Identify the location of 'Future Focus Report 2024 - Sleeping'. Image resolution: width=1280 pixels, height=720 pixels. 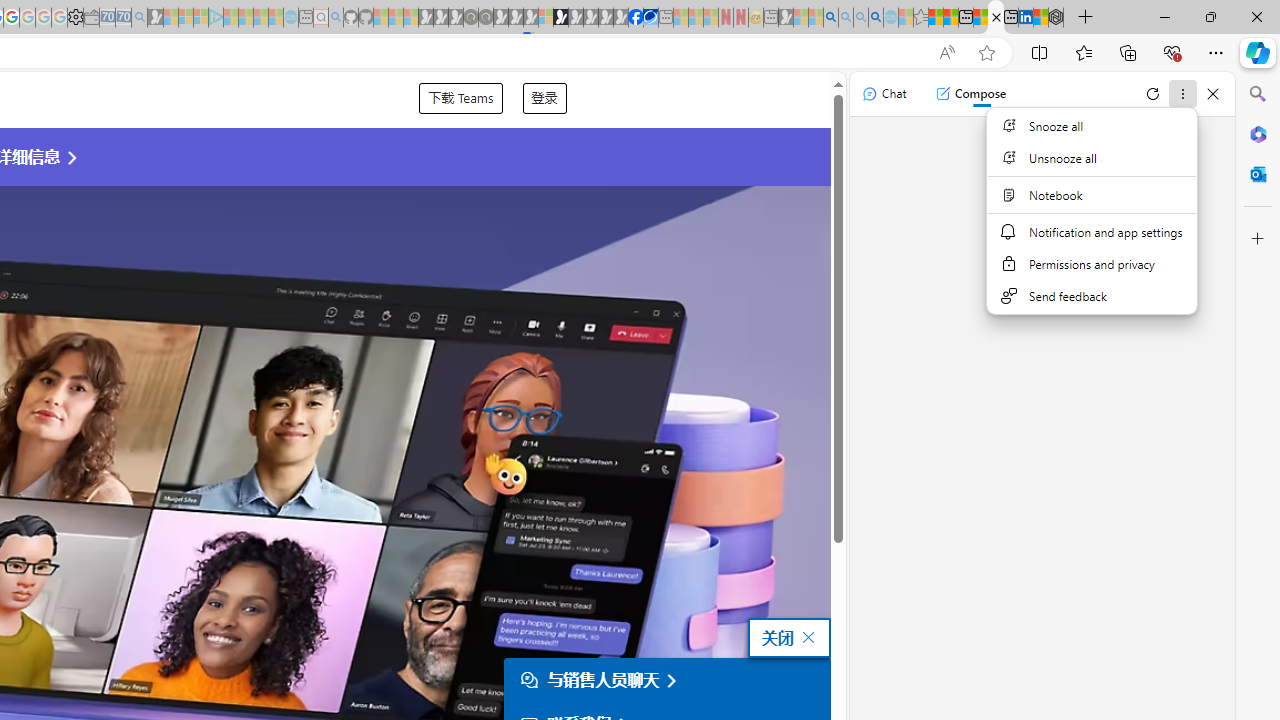
(485, 17).